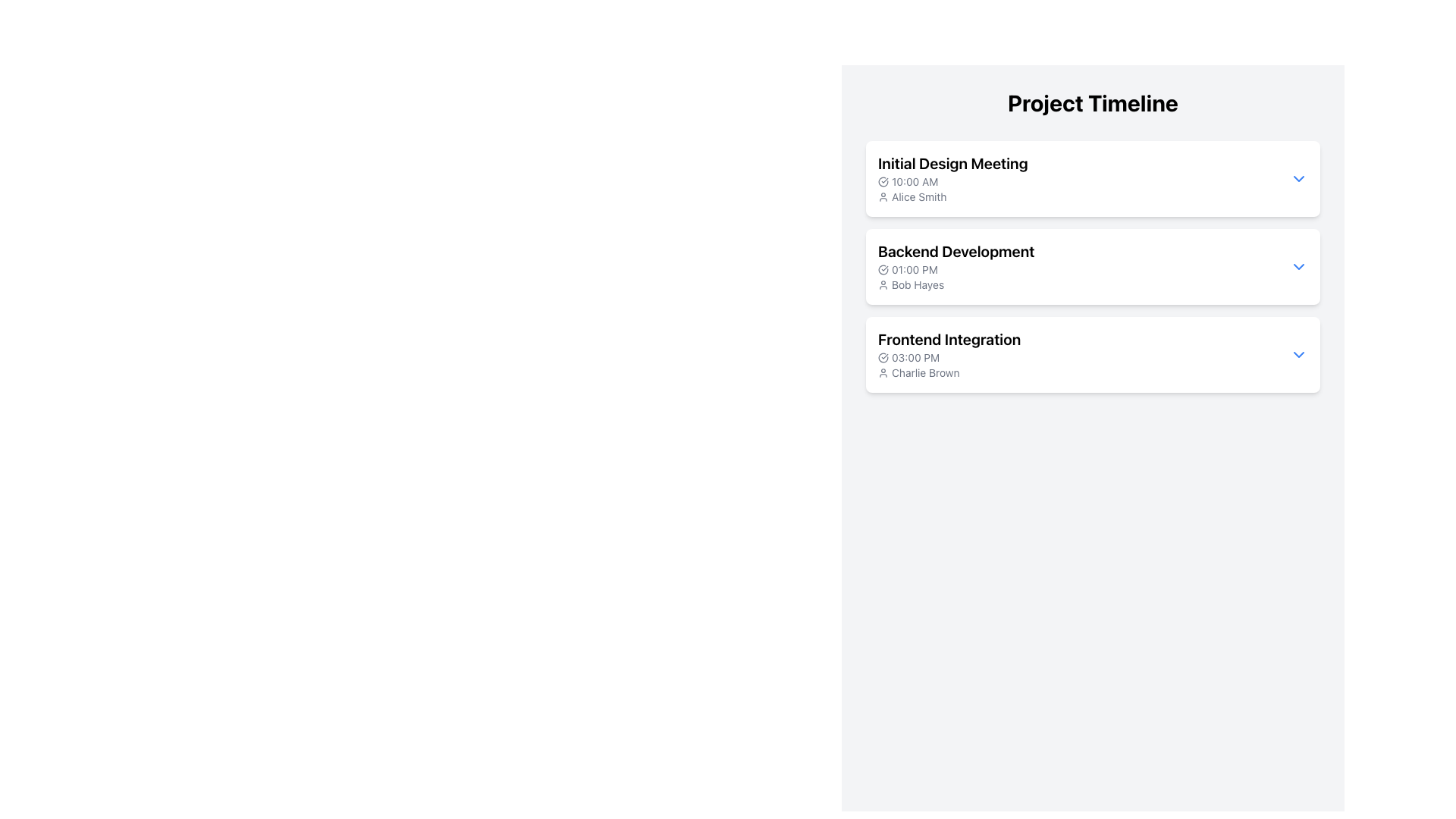 This screenshot has height=819, width=1456. What do you see at coordinates (1298, 354) in the screenshot?
I see `the blue downward-pointing chevron button located at the far-right of the 'Frontend Integration' card` at bounding box center [1298, 354].